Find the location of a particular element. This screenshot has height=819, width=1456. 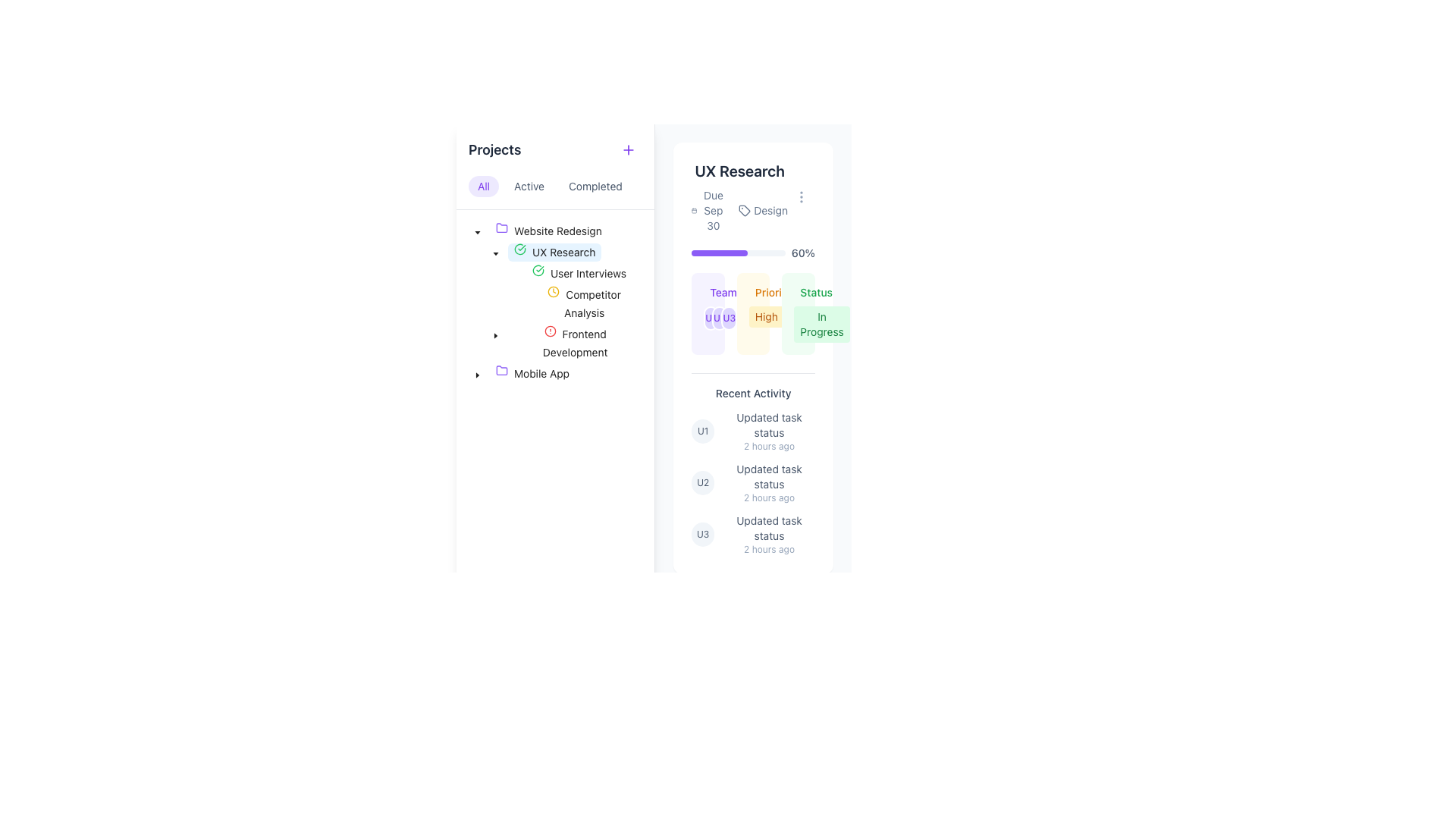

the related details linked to the status update notification in the 'Recent Activity' section under the 'UX Research' project is located at coordinates (769, 431).